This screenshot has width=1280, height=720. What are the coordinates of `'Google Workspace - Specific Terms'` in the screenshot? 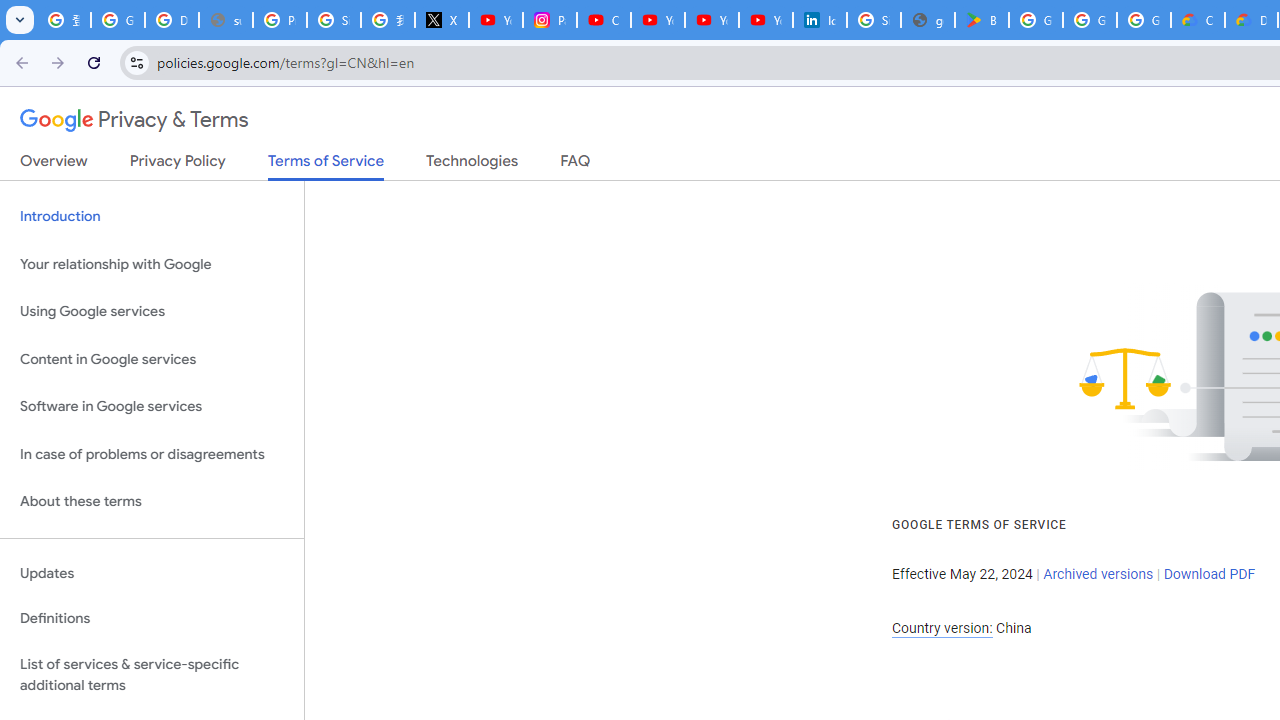 It's located at (1144, 20).